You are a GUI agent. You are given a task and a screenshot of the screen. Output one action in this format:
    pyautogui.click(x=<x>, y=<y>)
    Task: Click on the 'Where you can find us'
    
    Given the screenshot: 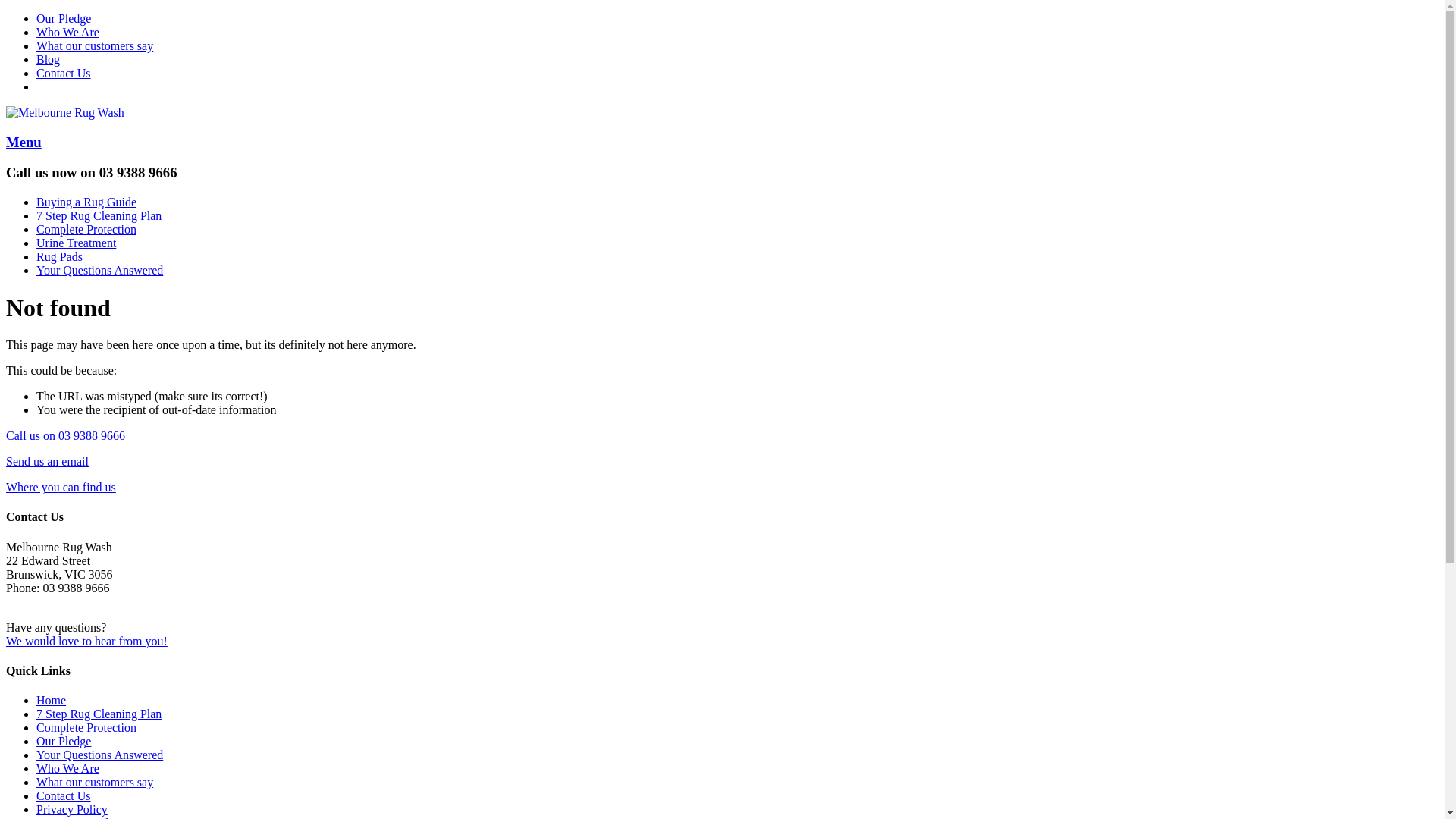 What is the action you would take?
    pyautogui.click(x=6, y=487)
    